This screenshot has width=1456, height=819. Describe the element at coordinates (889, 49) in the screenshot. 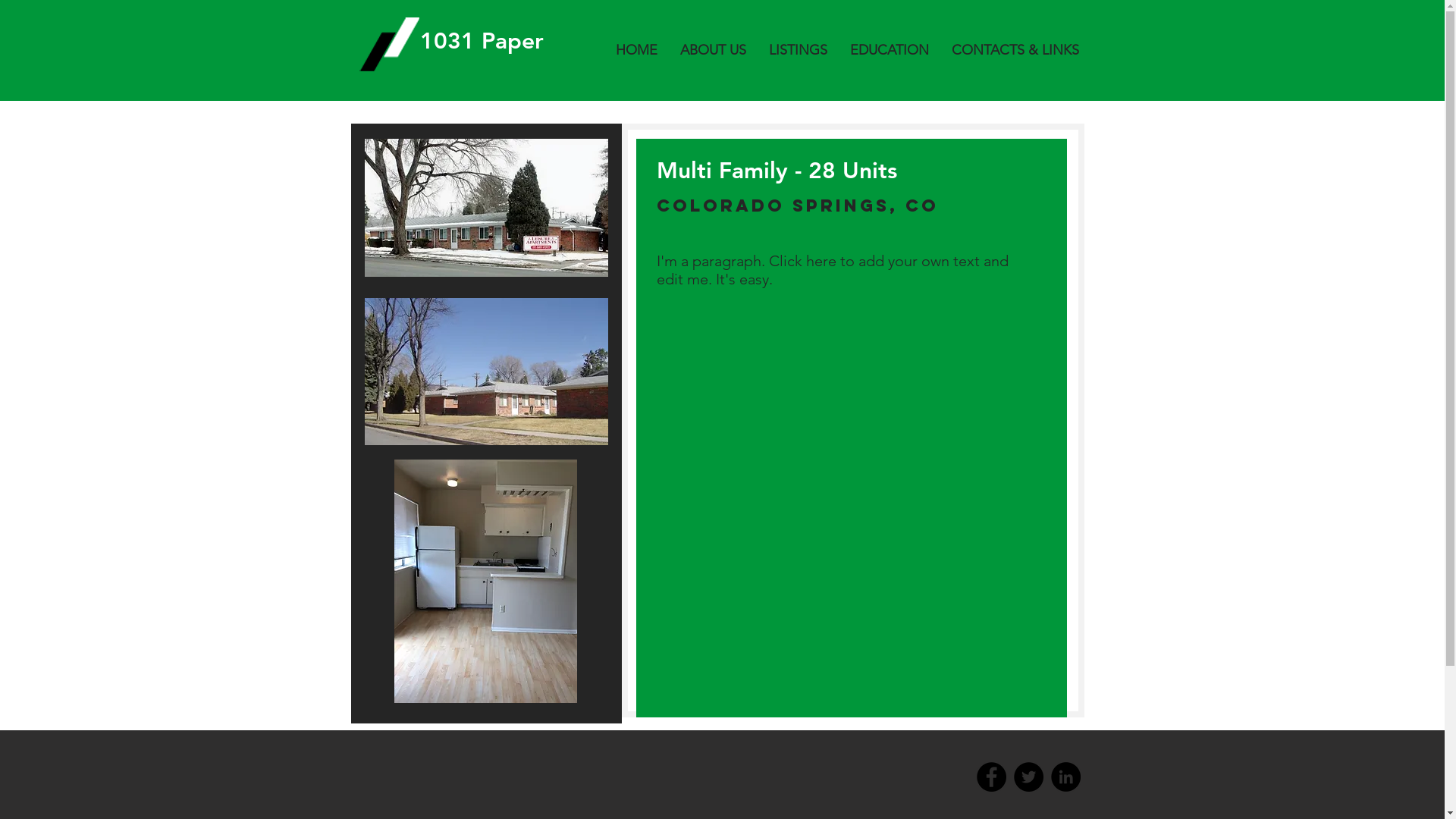

I see `'EDUCATION'` at that location.